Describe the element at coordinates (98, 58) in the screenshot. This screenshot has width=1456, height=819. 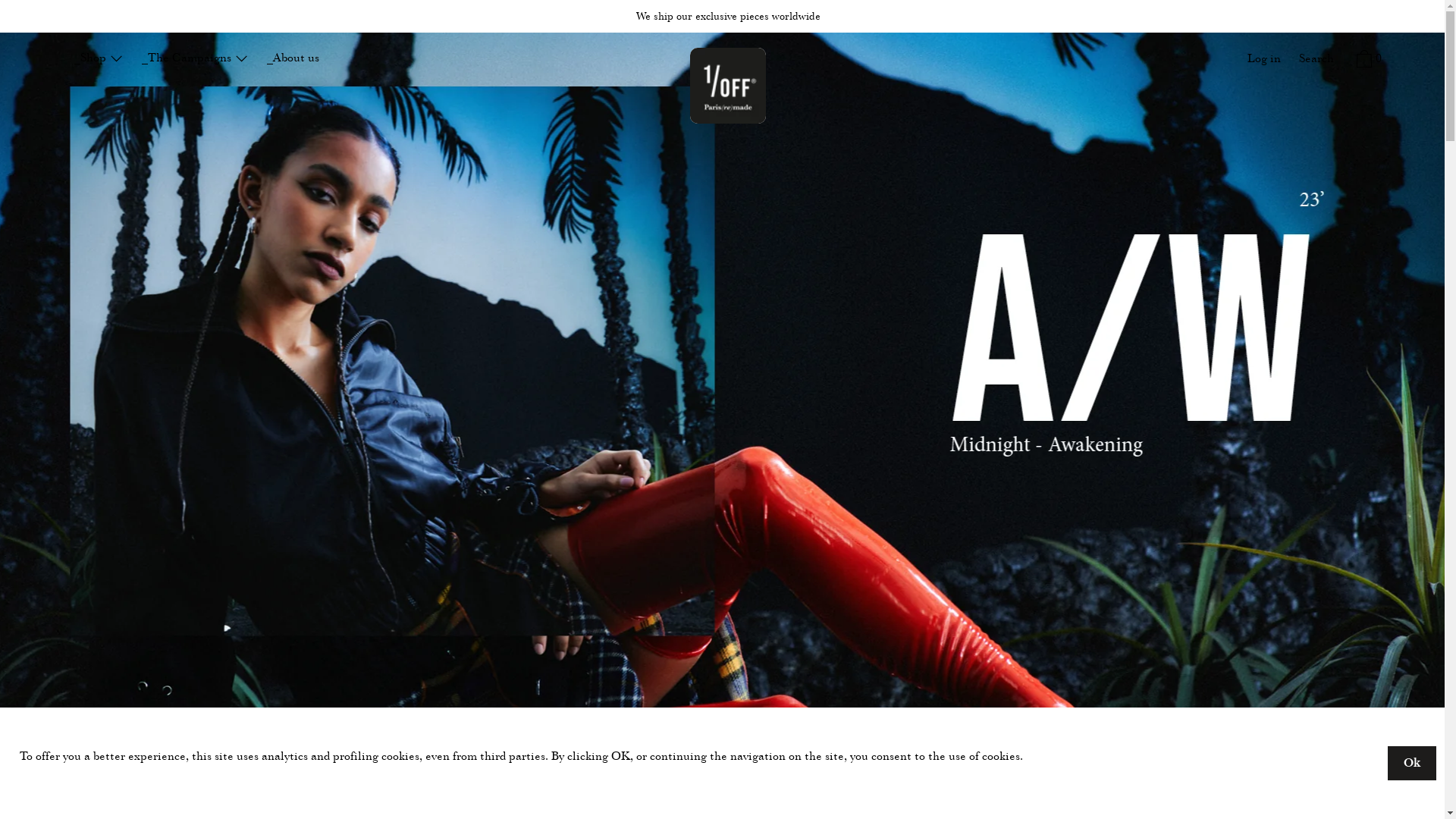
I see `'_Shop'` at that location.